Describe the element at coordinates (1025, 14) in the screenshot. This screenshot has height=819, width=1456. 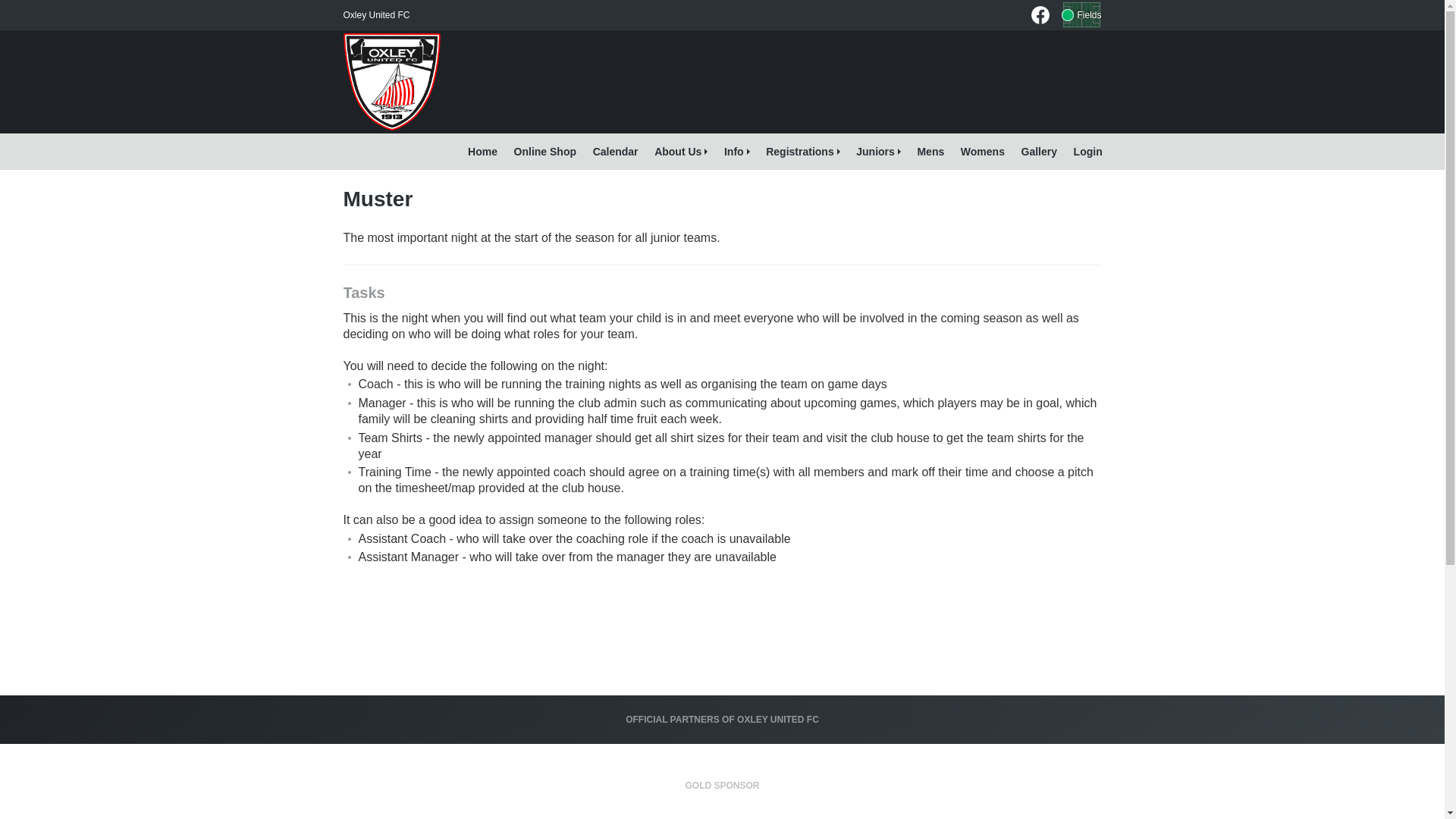
I see `'Oxley United FC on Facebook'` at that location.